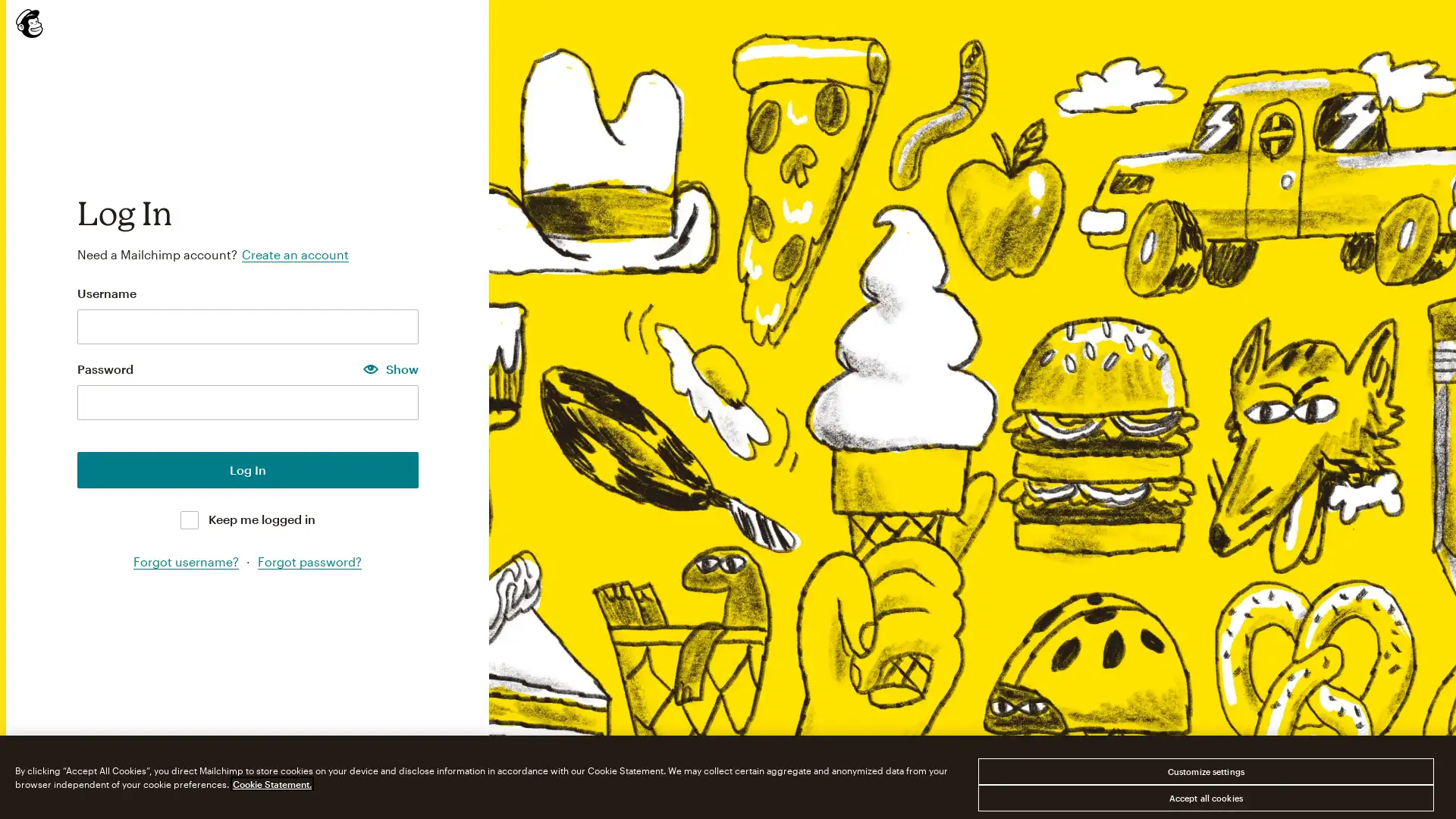 Image resolution: width=1456 pixels, height=819 pixels. What do you see at coordinates (1204, 797) in the screenshot?
I see `Accept all cookies` at bounding box center [1204, 797].